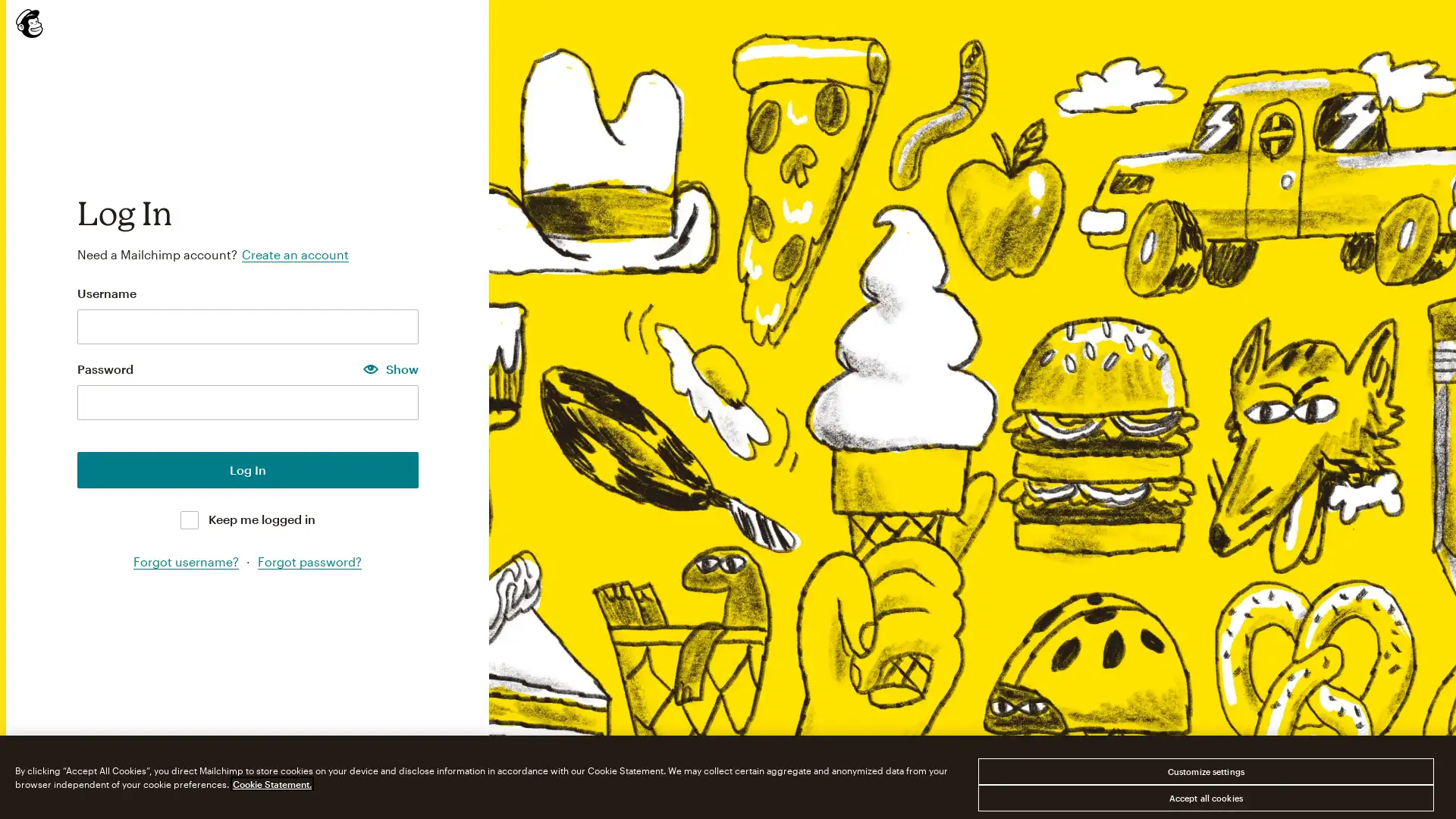 Image resolution: width=1456 pixels, height=819 pixels. What do you see at coordinates (1204, 797) in the screenshot?
I see `Accept all cookies` at bounding box center [1204, 797].